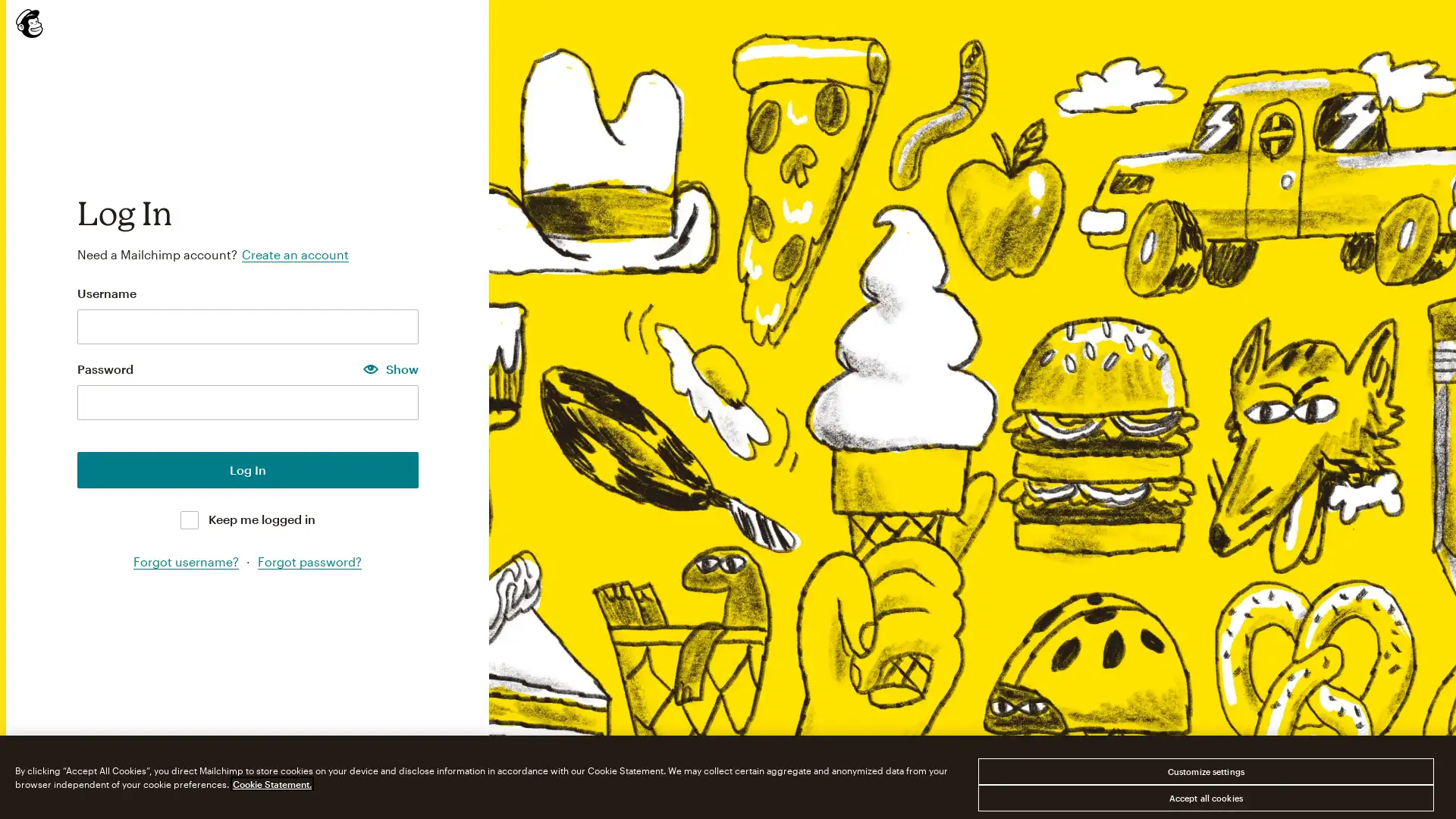 Image resolution: width=1456 pixels, height=819 pixels. What do you see at coordinates (1204, 797) in the screenshot?
I see `Accept all cookies` at bounding box center [1204, 797].